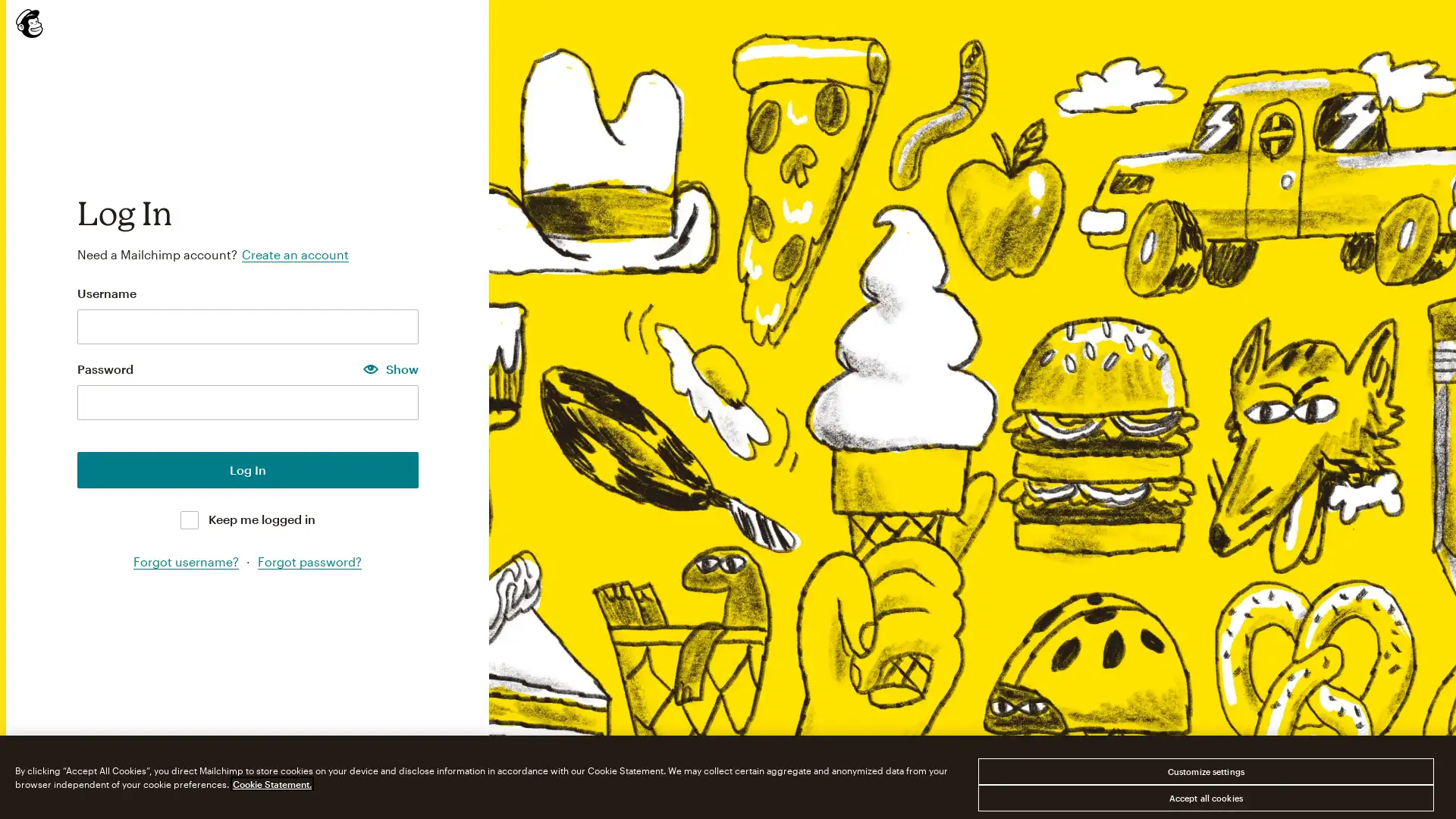 Image resolution: width=1456 pixels, height=819 pixels. What do you see at coordinates (1204, 797) in the screenshot?
I see `Accept all cookies` at bounding box center [1204, 797].